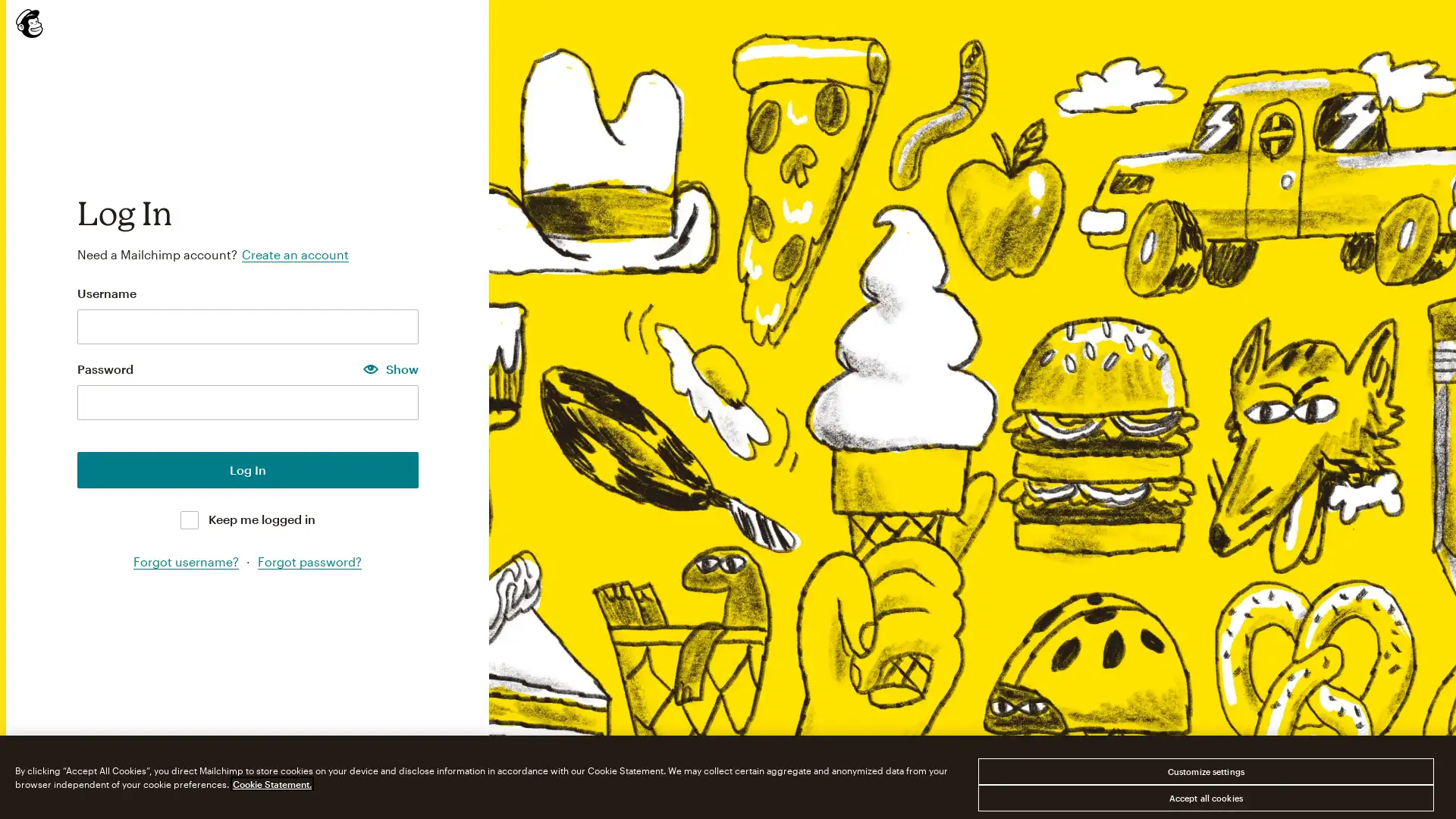 Image resolution: width=1456 pixels, height=819 pixels. What do you see at coordinates (1204, 797) in the screenshot?
I see `Accept all cookies` at bounding box center [1204, 797].